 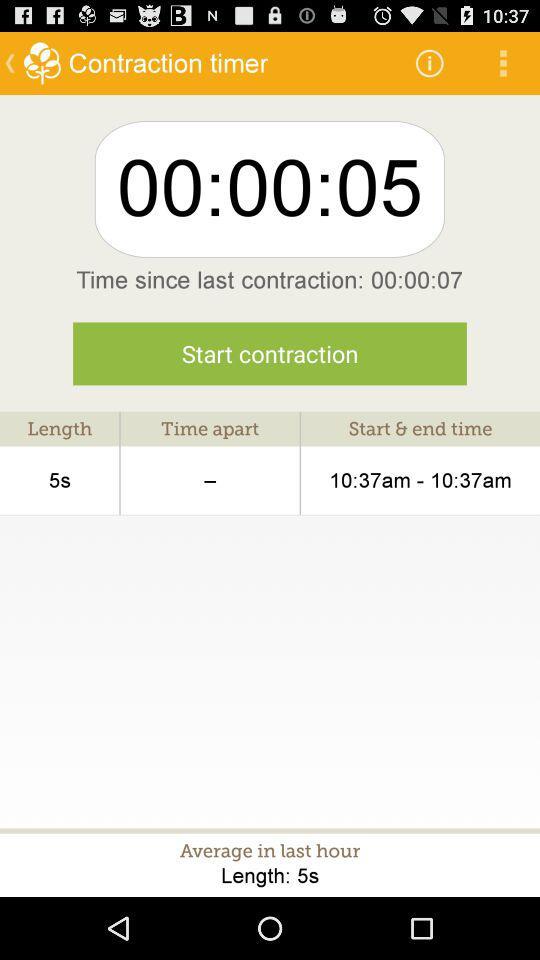 What do you see at coordinates (428, 62) in the screenshot?
I see `icon next to the contraction timer icon` at bounding box center [428, 62].